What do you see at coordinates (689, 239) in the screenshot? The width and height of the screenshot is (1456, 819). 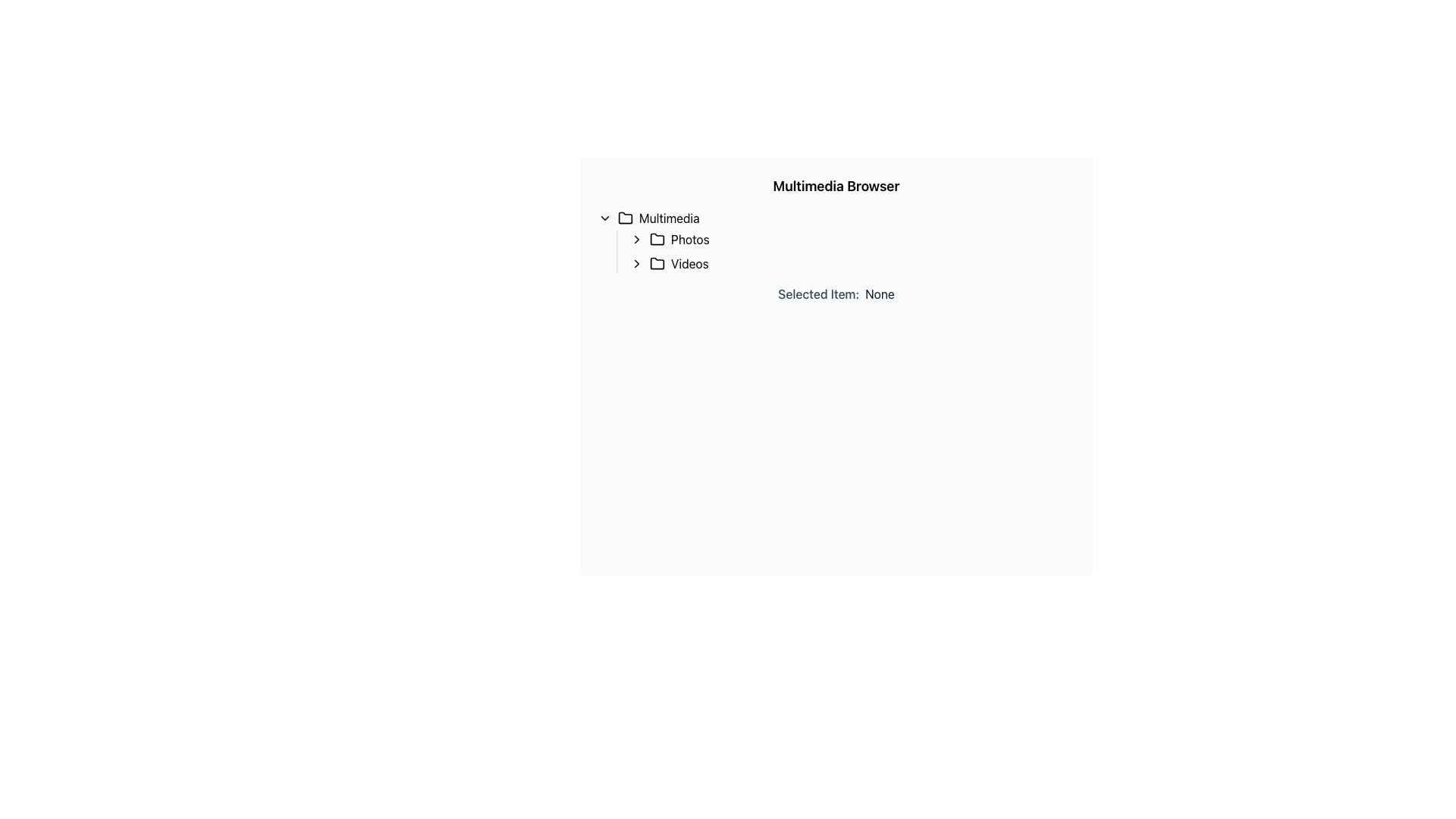 I see `the text label 'Photos' in the hierarchical tree structure under the 'Multimedia' node` at bounding box center [689, 239].